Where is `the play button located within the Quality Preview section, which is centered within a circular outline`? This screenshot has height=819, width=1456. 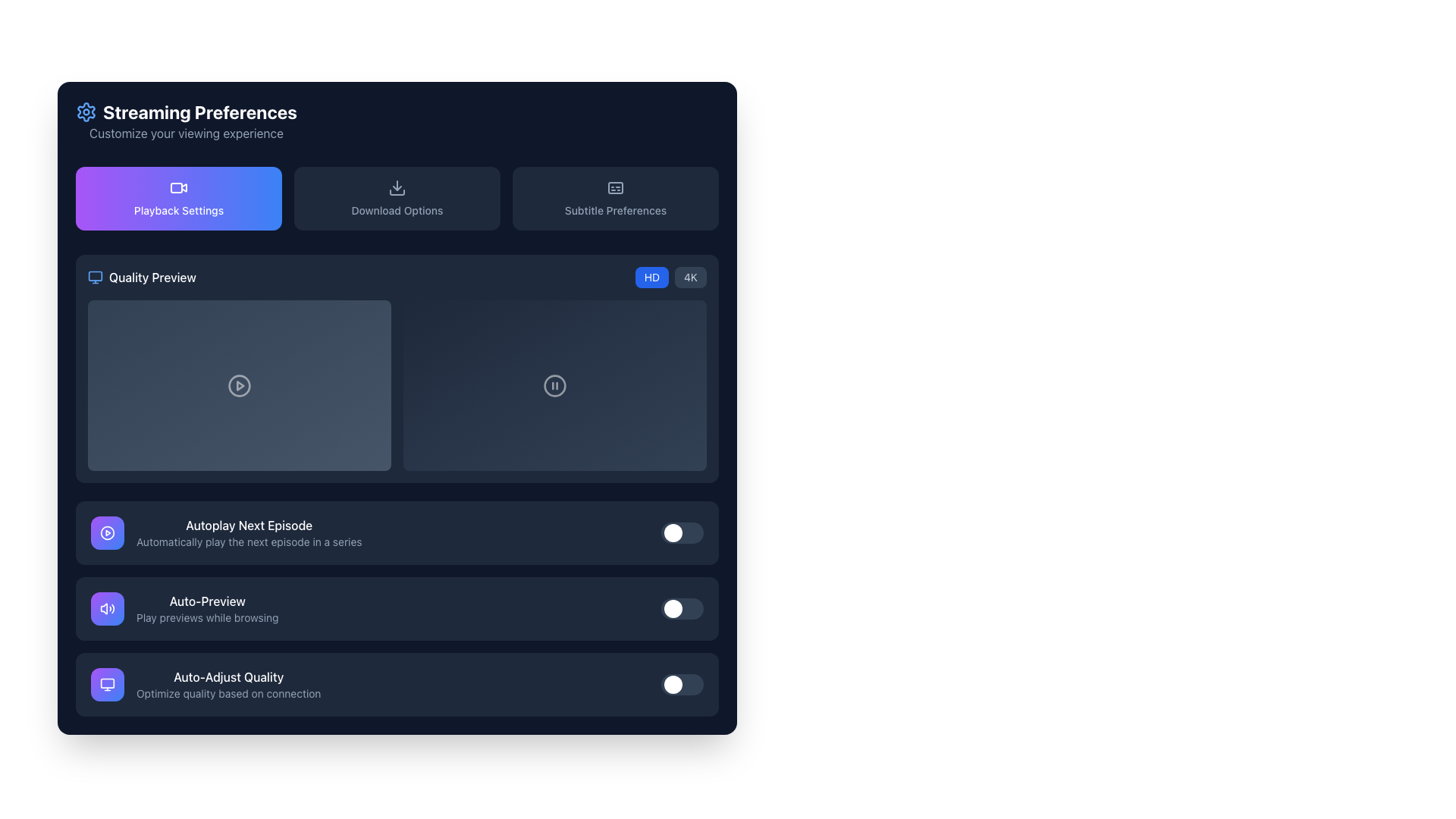
the play button located within the Quality Preview section, which is centered within a circular outline is located at coordinates (240, 384).